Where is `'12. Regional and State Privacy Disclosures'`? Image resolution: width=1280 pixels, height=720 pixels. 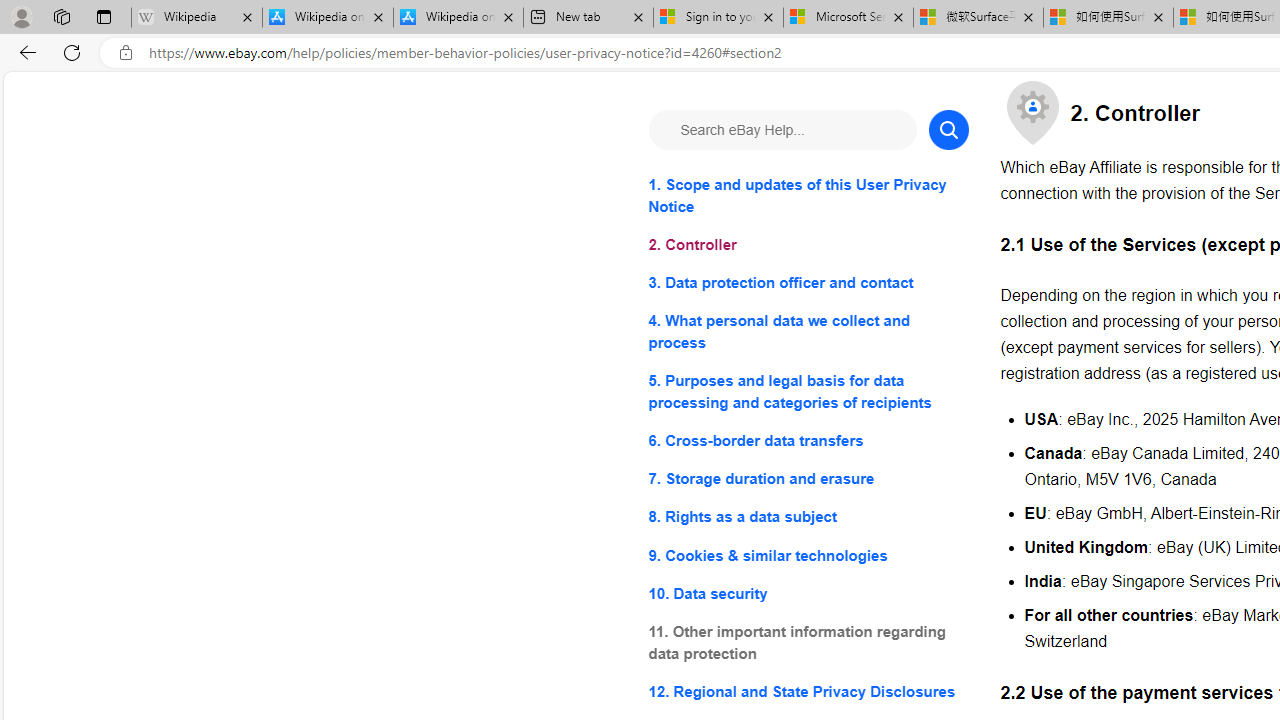 '12. Regional and State Privacy Disclosures' is located at coordinates (808, 690).